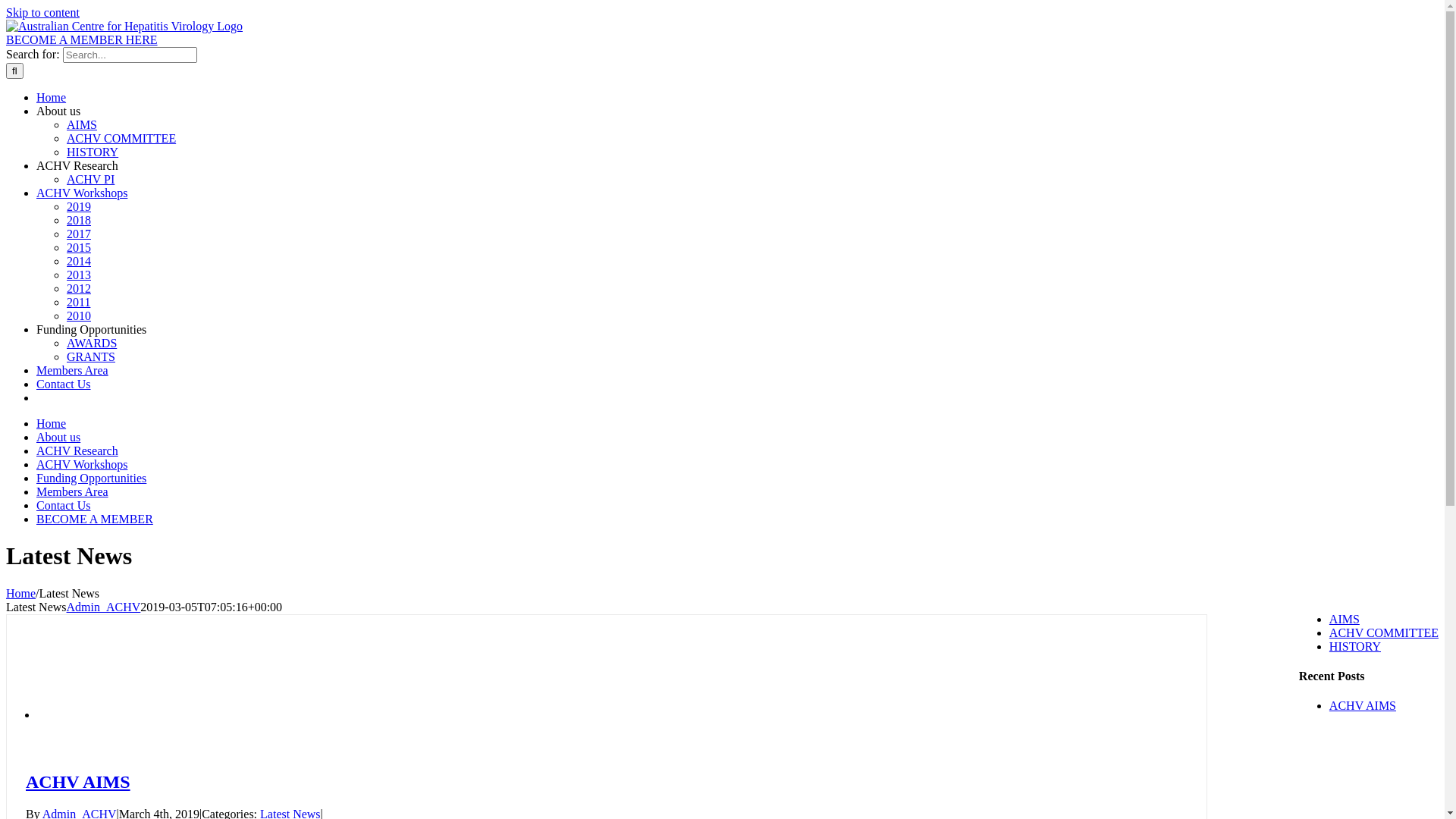  What do you see at coordinates (78, 206) in the screenshot?
I see `'2019'` at bounding box center [78, 206].